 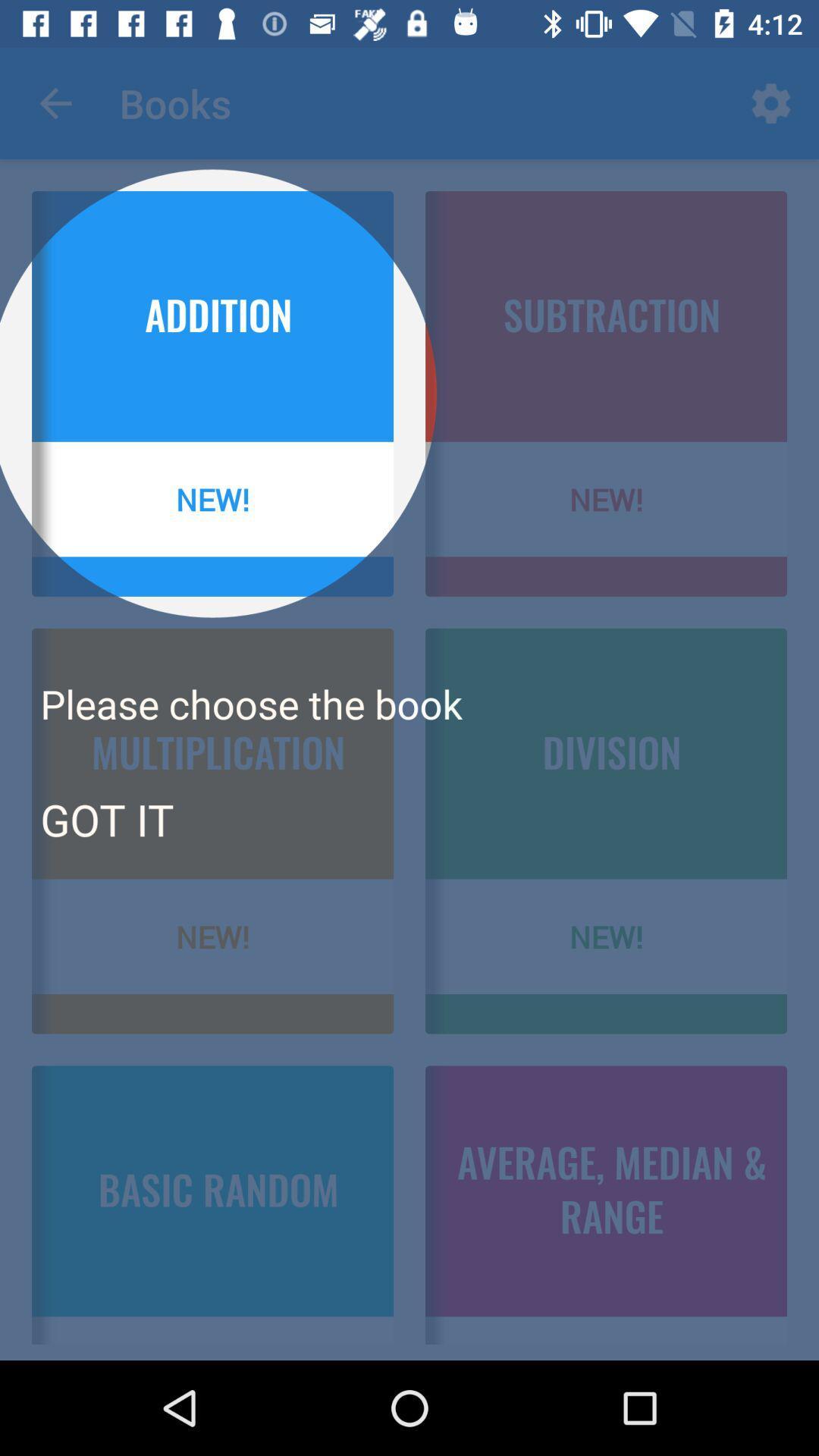 What do you see at coordinates (55, 102) in the screenshot?
I see `the item above the addition` at bounding box center [55, 102].